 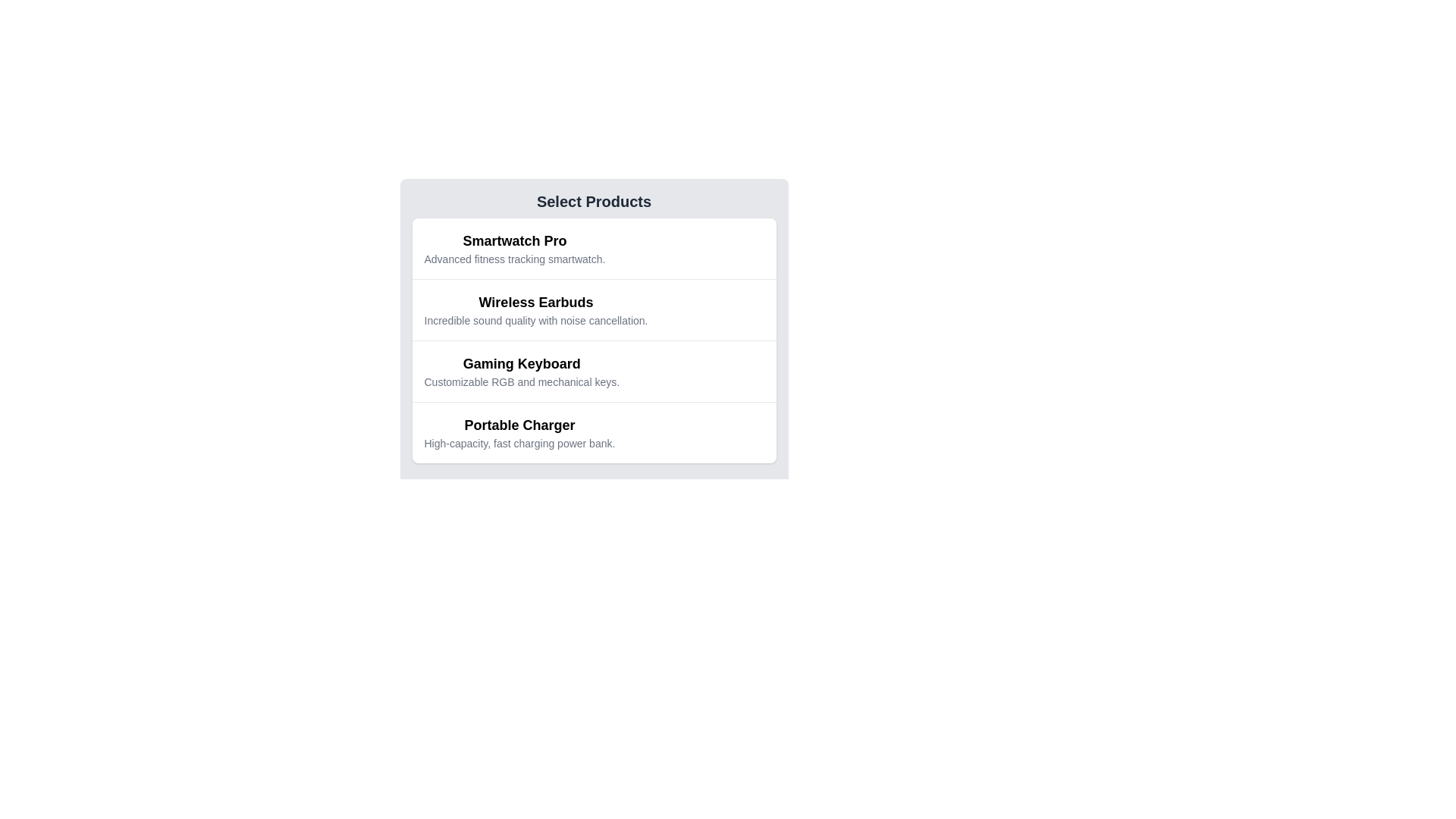 I want to click on the text label 'Wireless Earbuds' which is styled in bold and positioned at the top-center of the interface, above the subtitle 'Incredible sound quality with noise cancellation.', so click(x=535, y=302).